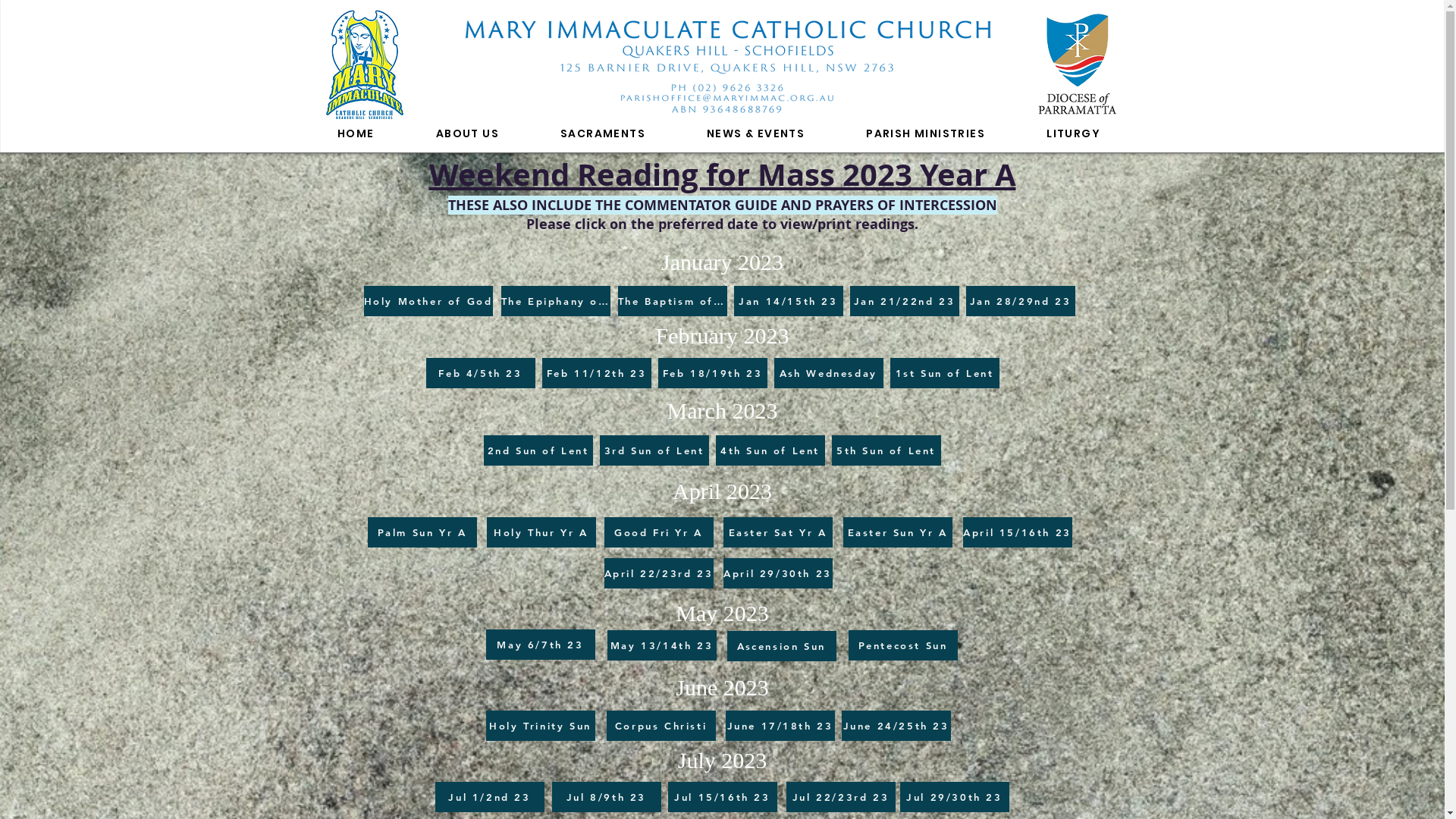  I want to click on 'April 22/23rd 23', so click(658, 573).